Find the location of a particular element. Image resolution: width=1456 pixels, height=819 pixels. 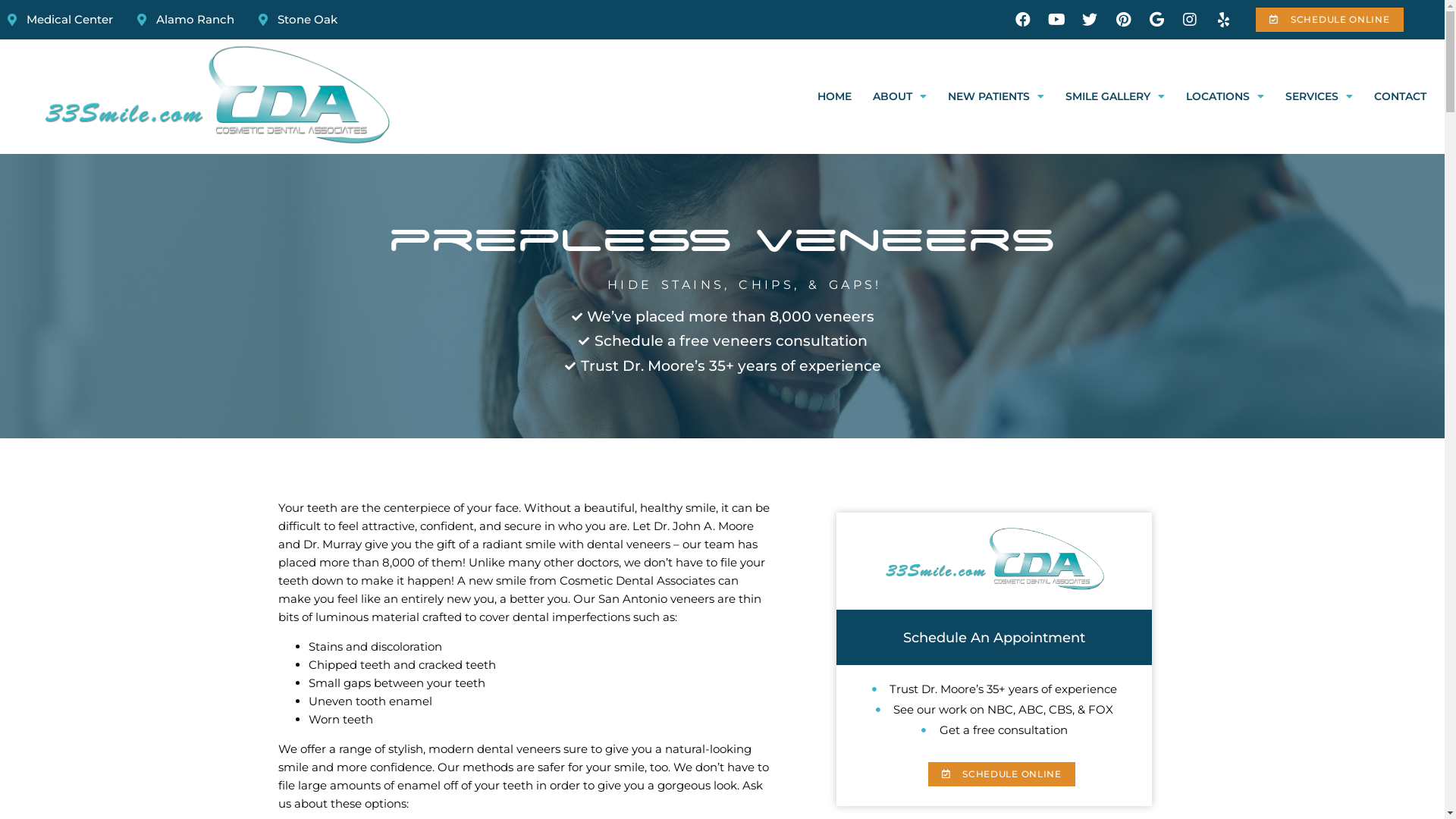

'SMILE GALLERY' is located at coordinates (1115, 96).